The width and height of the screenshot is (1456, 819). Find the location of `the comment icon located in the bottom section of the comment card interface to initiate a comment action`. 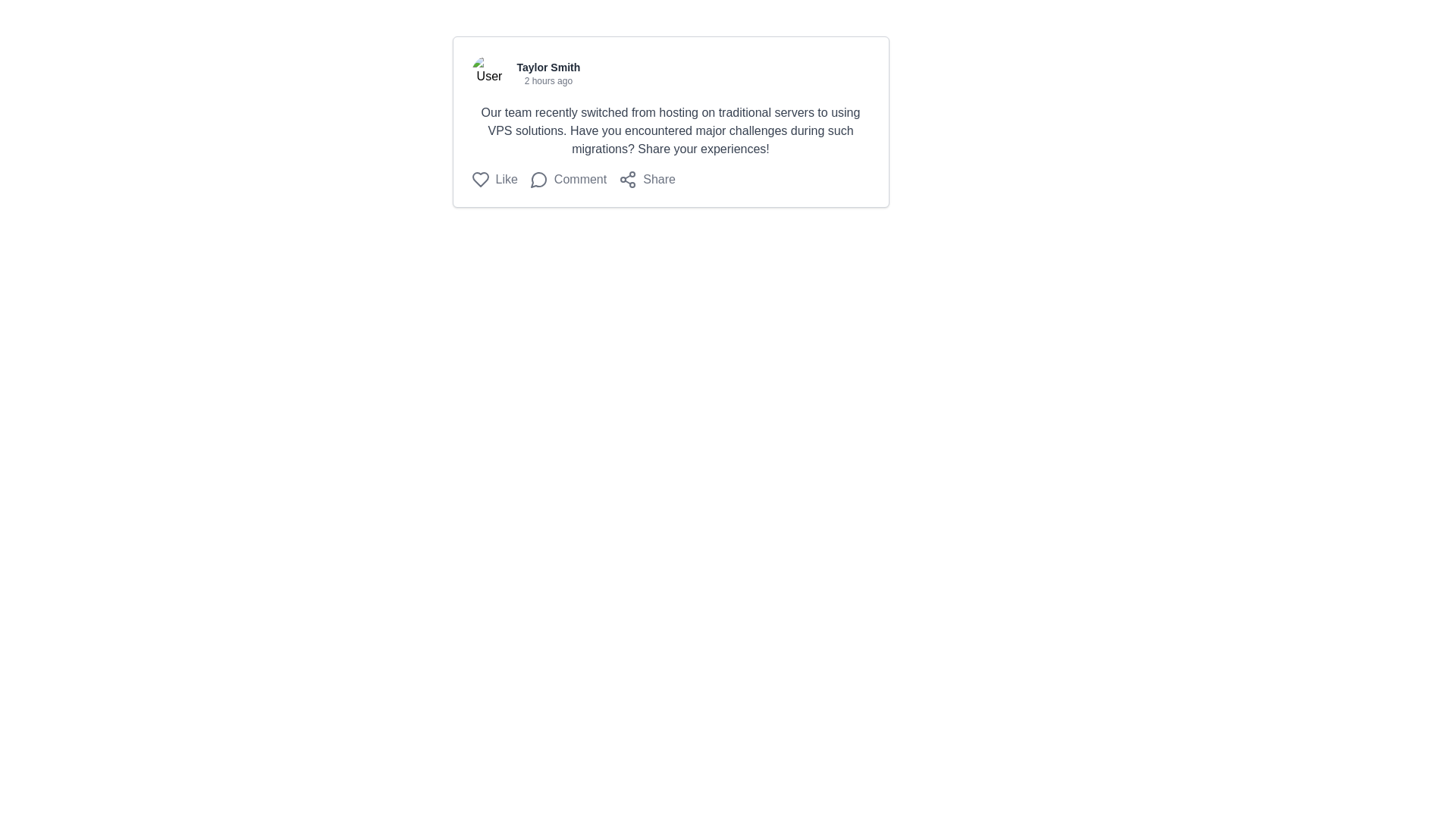

the comment icon located in the bottom section of the comment card interface to initiate a comment action is located at coordinates (538, 179).